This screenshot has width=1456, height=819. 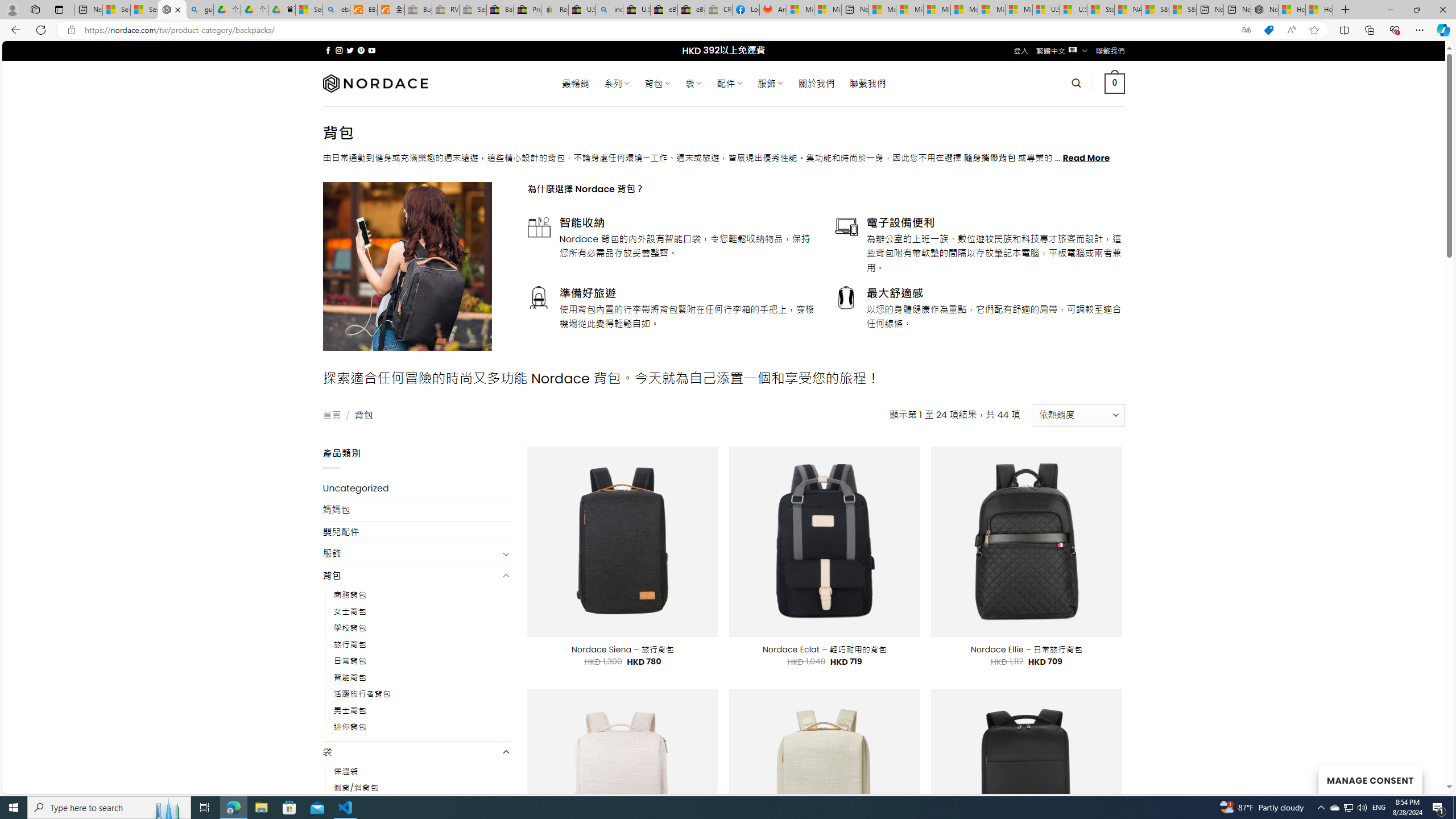 What do you see at coordinates (336, 9) in the screenshot?
I see `'ebay - Search'` at bounding box center [336, 9].